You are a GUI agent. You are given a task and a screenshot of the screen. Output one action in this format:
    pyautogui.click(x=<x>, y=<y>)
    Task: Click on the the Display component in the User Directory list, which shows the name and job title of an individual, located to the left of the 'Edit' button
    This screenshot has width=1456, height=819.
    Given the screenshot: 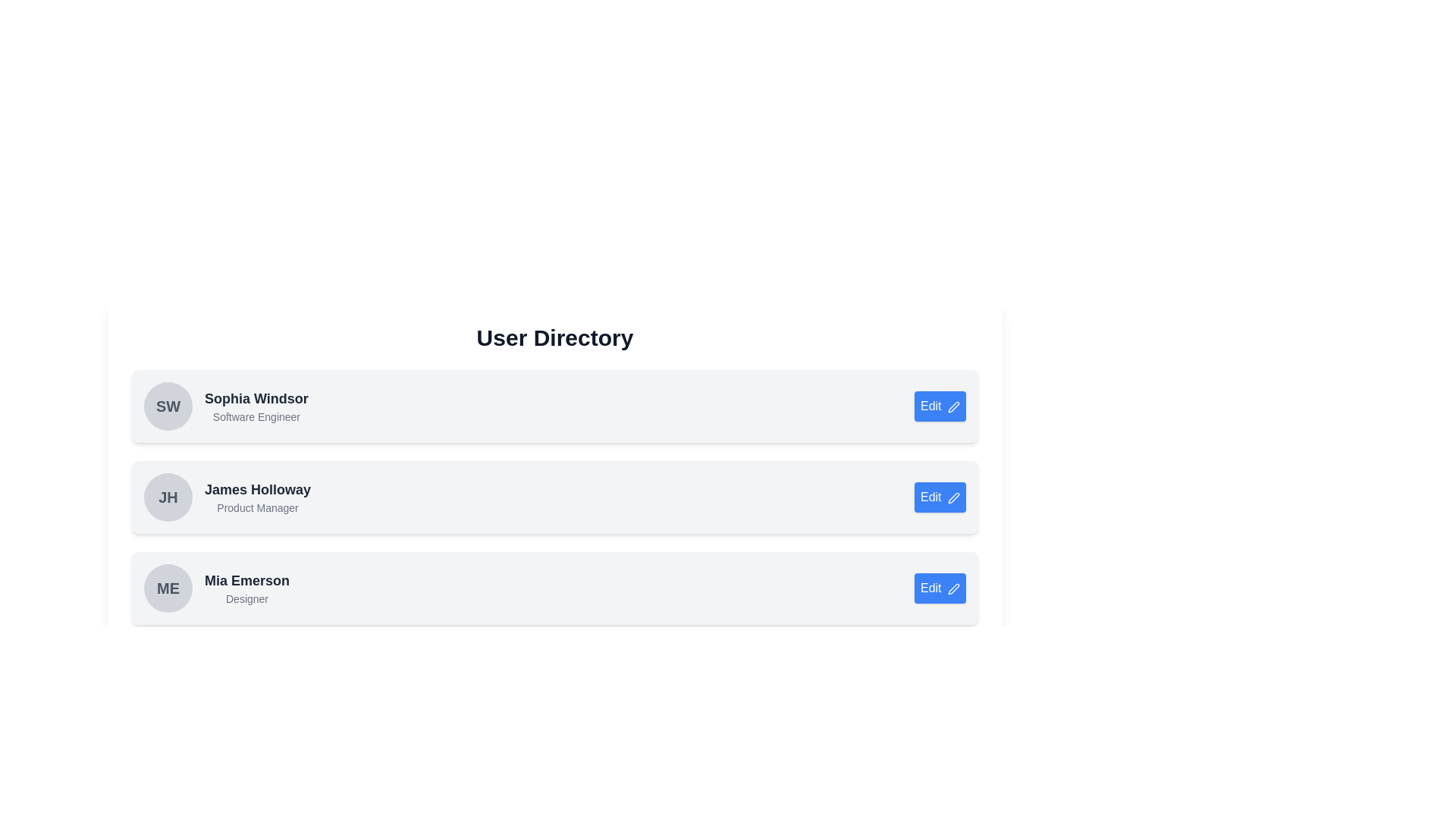 What is the action you would take?
    pyautogui.click(x=216, y=587)
    